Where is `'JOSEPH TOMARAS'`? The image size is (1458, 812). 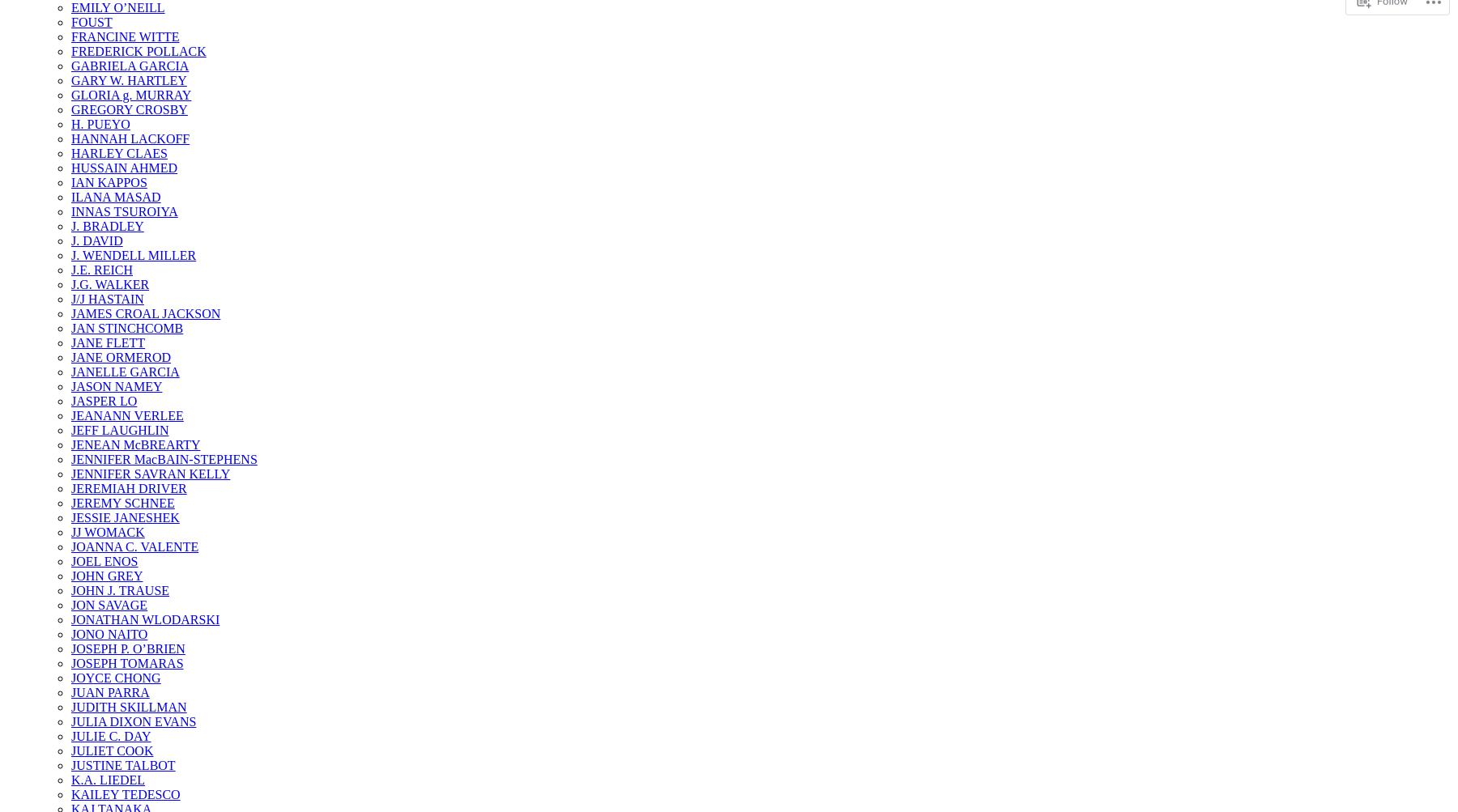
'JOSEPH TOMARAS' is located at coordinates (126, 663).